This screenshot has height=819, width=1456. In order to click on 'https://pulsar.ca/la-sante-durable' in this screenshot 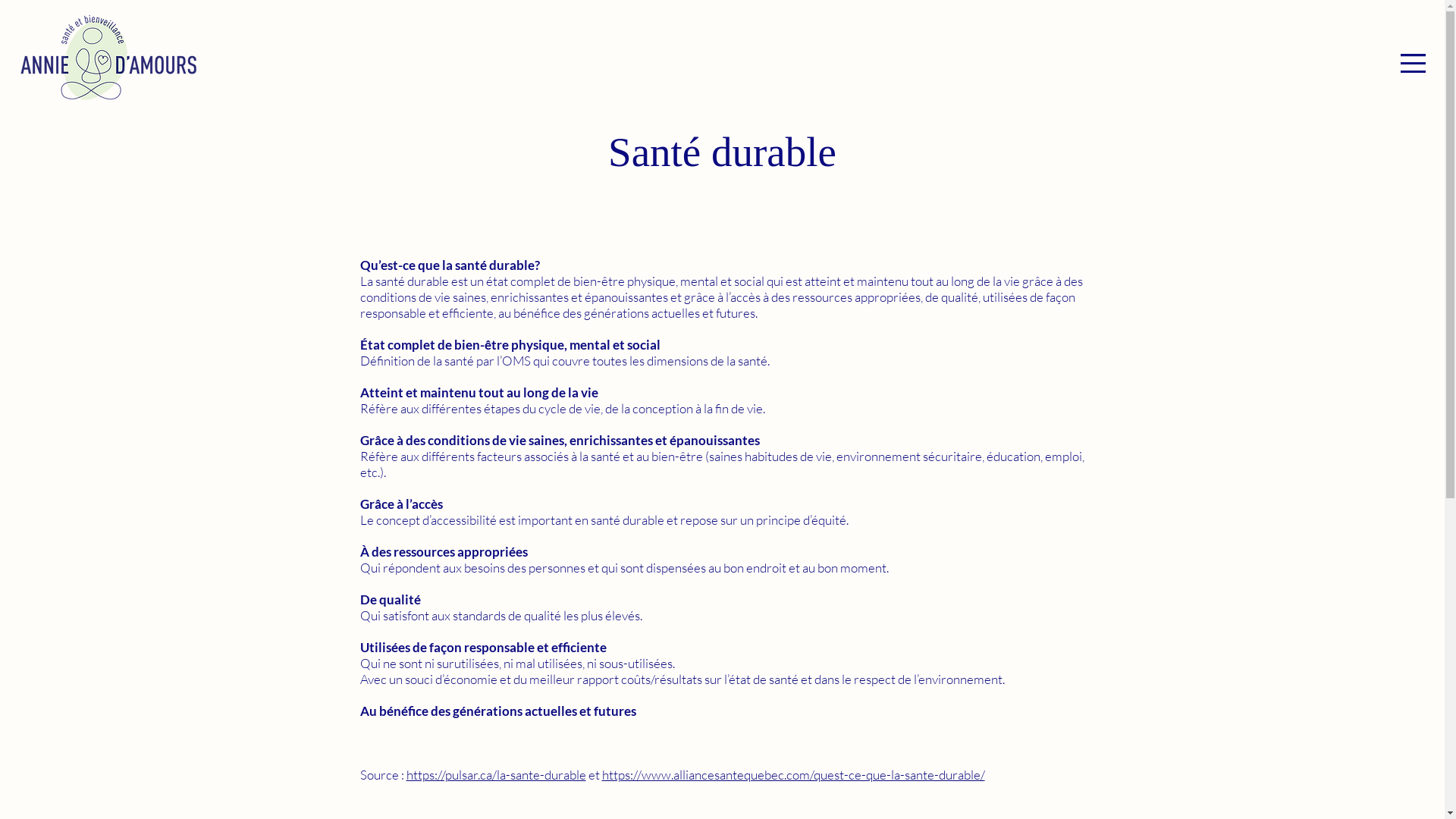, I will do `click(496, 774)`.